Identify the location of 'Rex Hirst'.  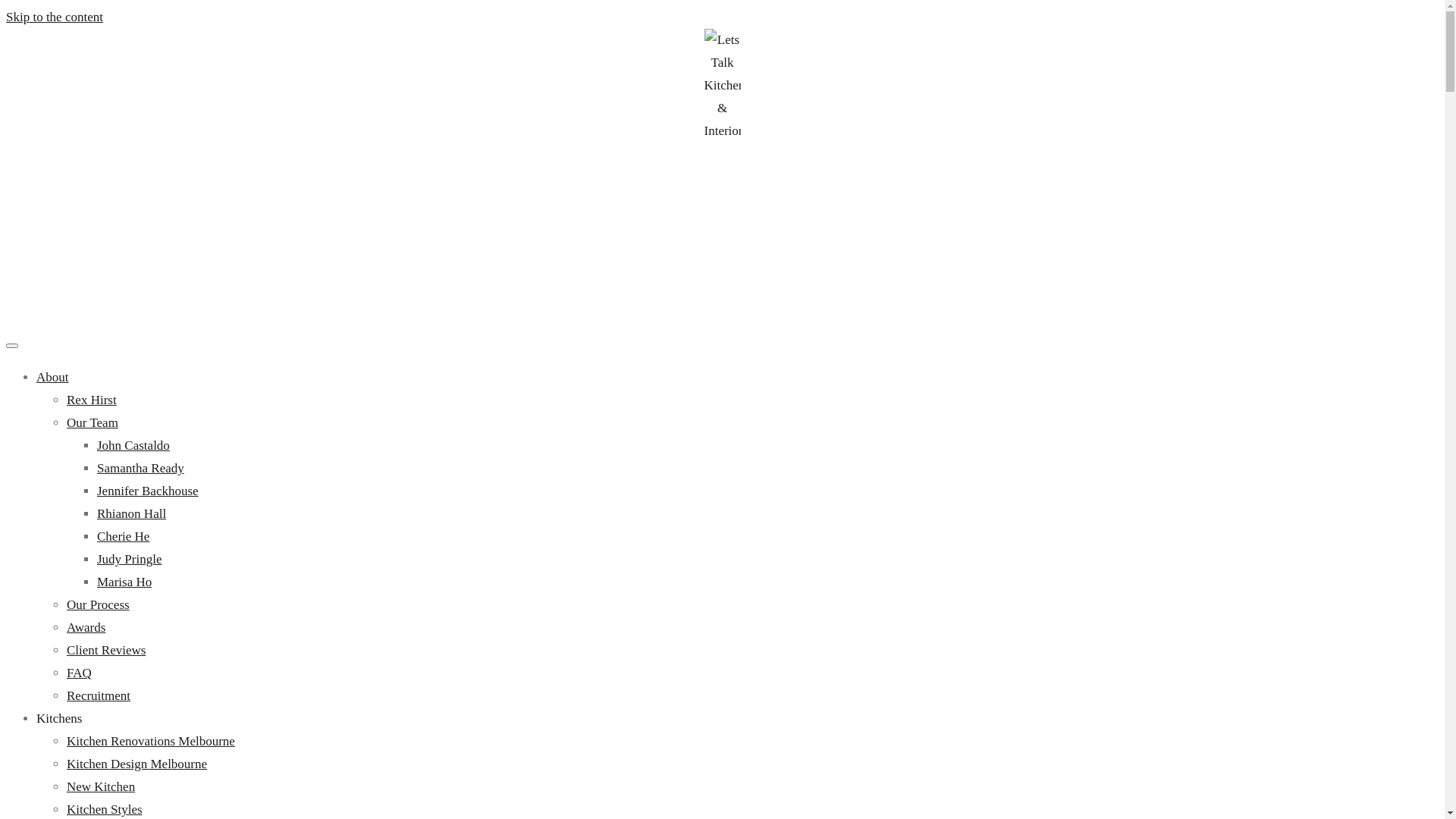
(90, 399).